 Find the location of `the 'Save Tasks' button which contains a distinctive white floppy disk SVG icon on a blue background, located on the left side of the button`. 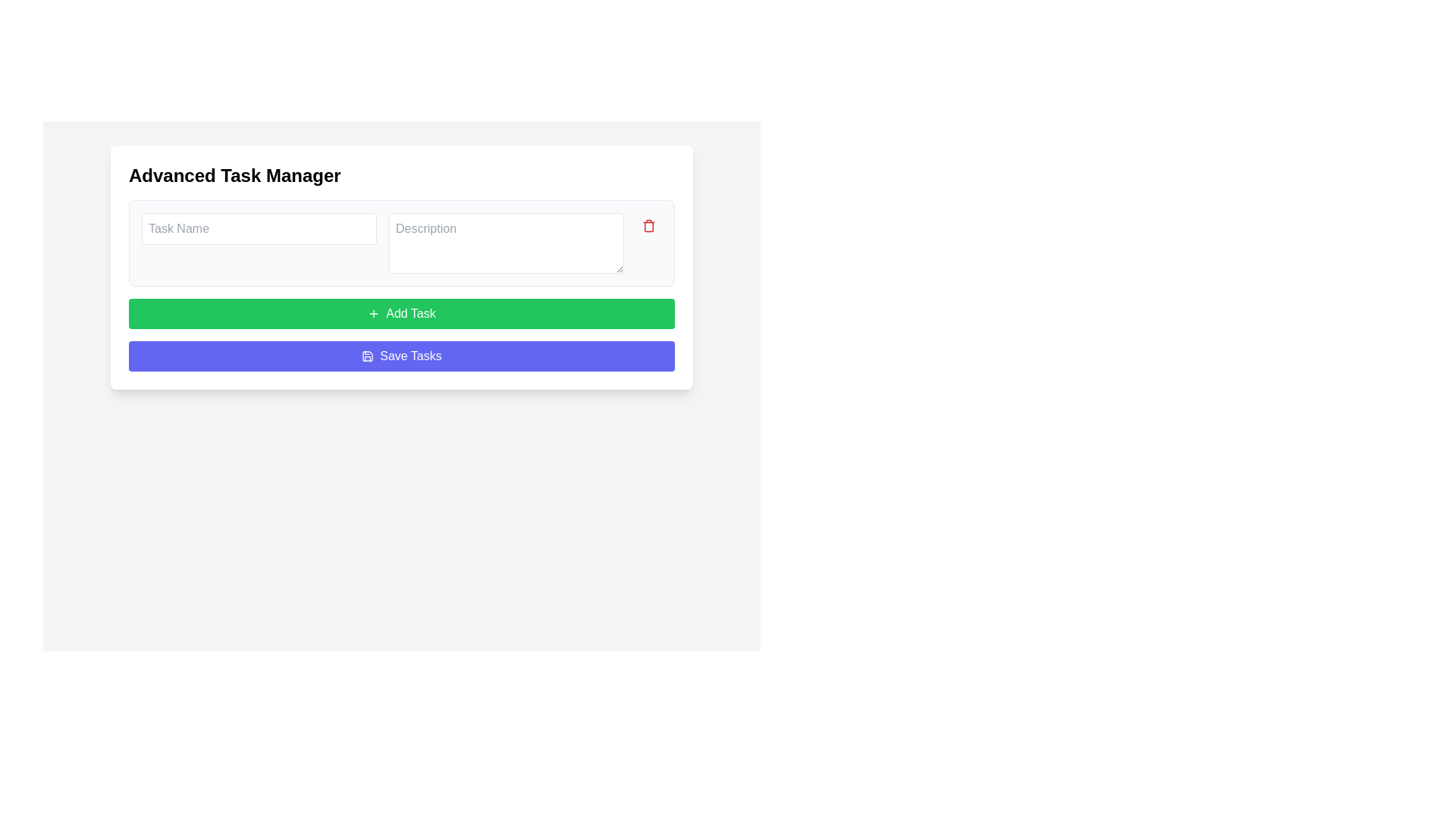

the 'Save Tasks' button which contains a distinctive white floppy disk SVG icon on a blue background, located on the left side of the button is located at coordinates (368, 356).